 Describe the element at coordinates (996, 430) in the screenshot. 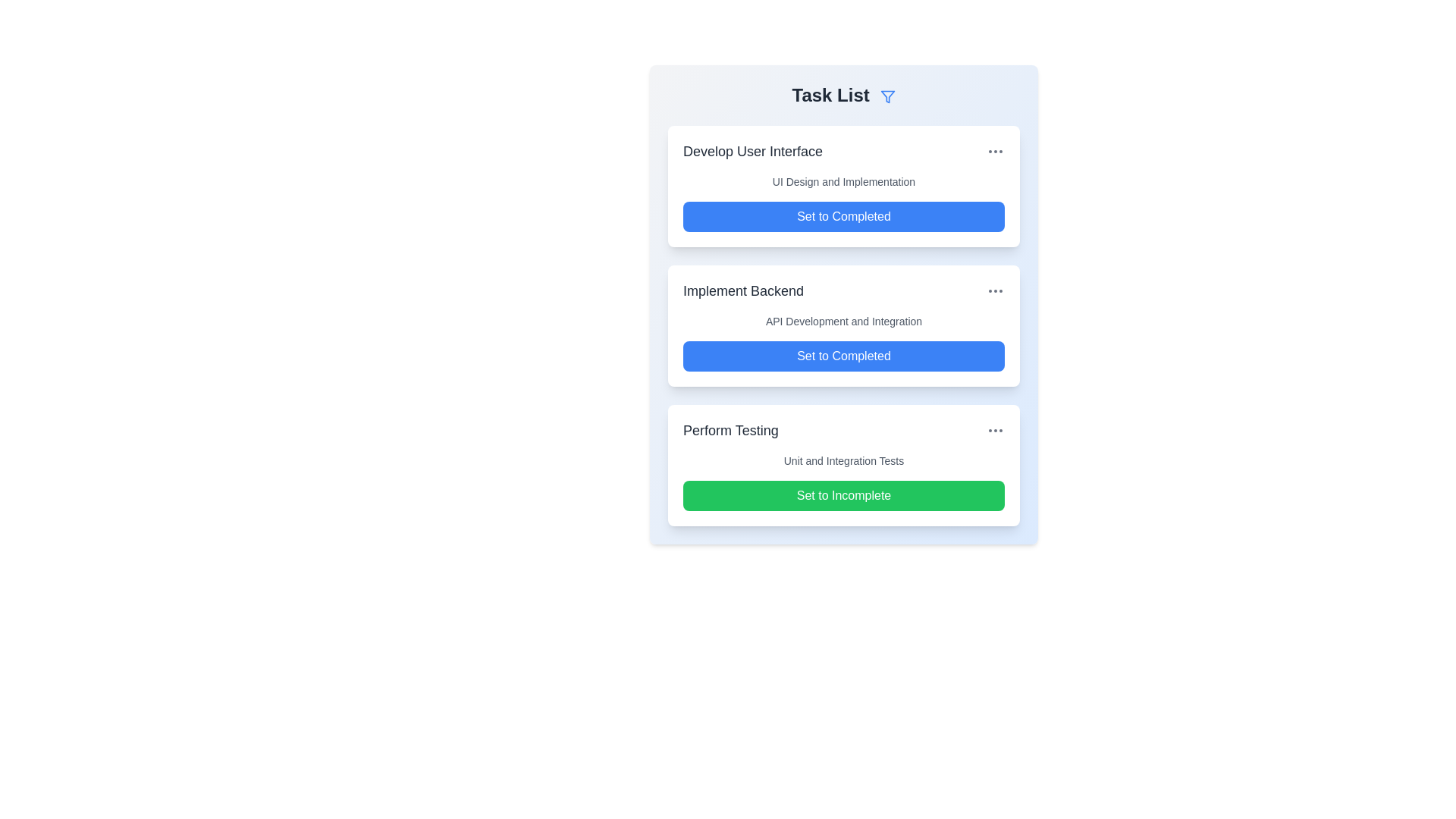

I see `the ellipsis icon next to the task titled 'Perform Testing' to open additional options` at that location.